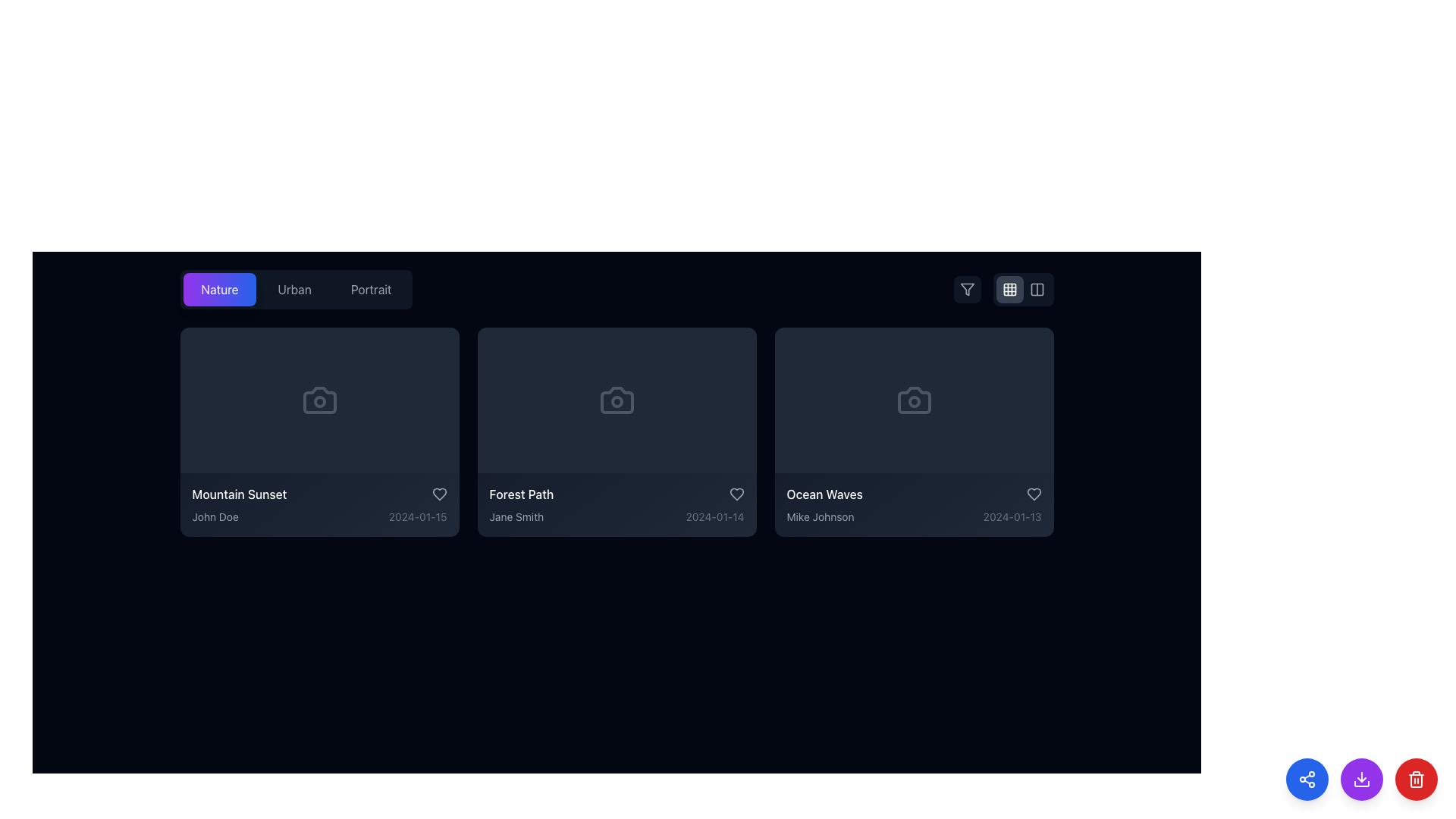 The image size is (1456, 819). What do you see at coordinates (1009, 289) in the screenshot?
I see `the layout view switch button with a dark gray rounded background and white grid icon` at bounding box center [1009, 289].